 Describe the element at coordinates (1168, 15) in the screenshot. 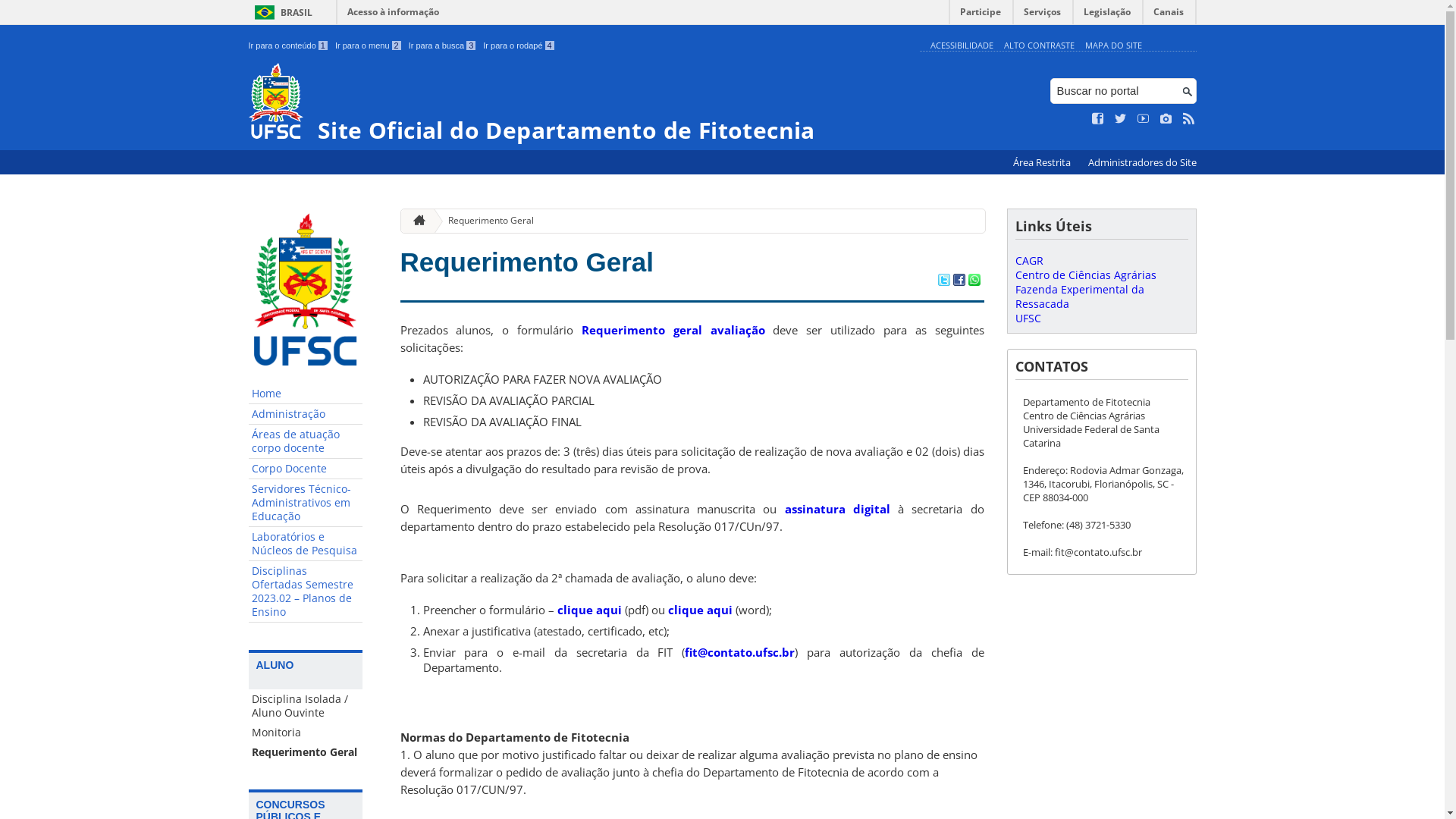

I see `'Canais'` at that location.